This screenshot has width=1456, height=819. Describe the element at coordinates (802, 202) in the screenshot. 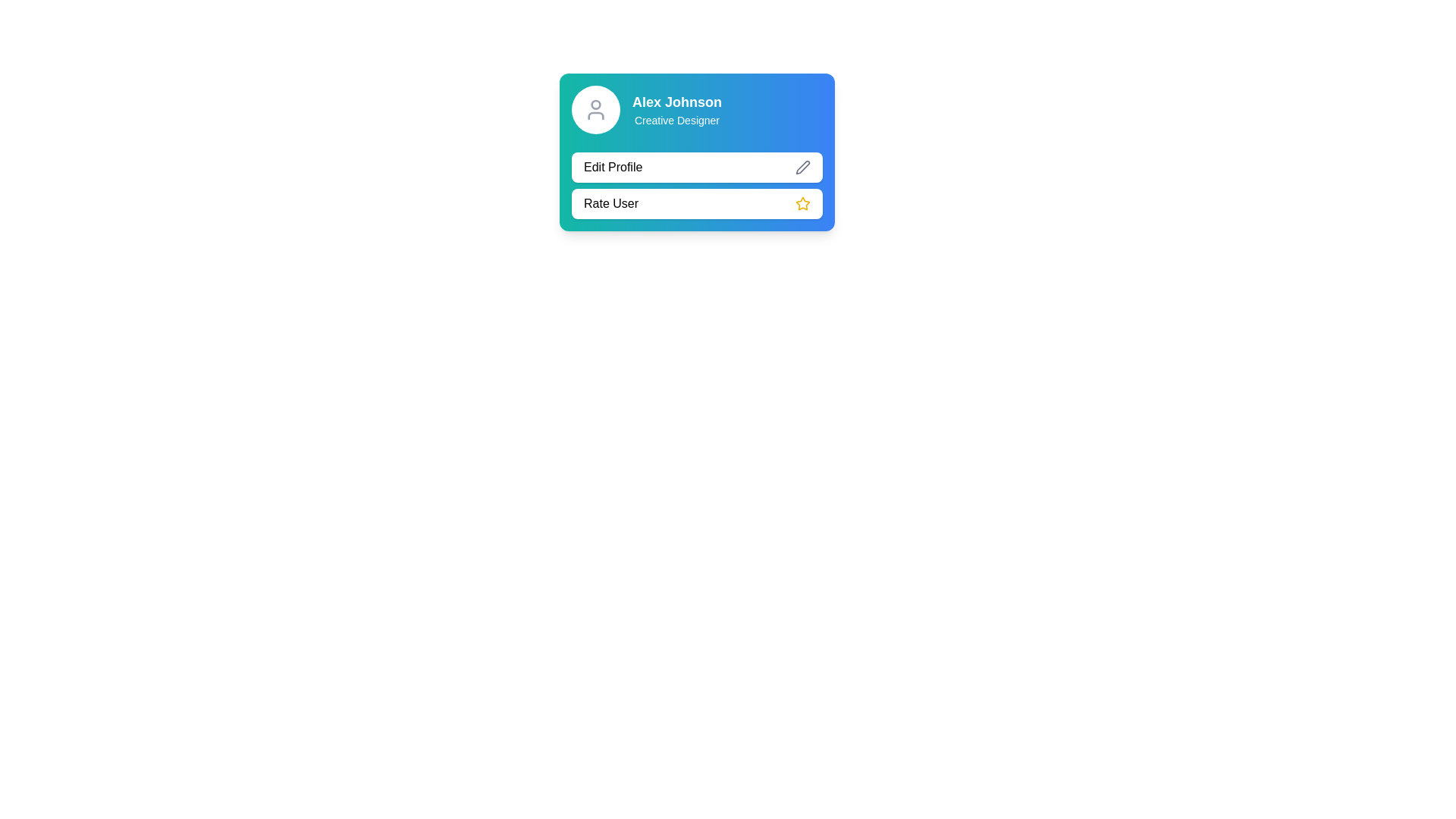

I see `the star-shaped icon with a yellow border and white center, which is located adjacent to the 'Rate User' button` at that location.